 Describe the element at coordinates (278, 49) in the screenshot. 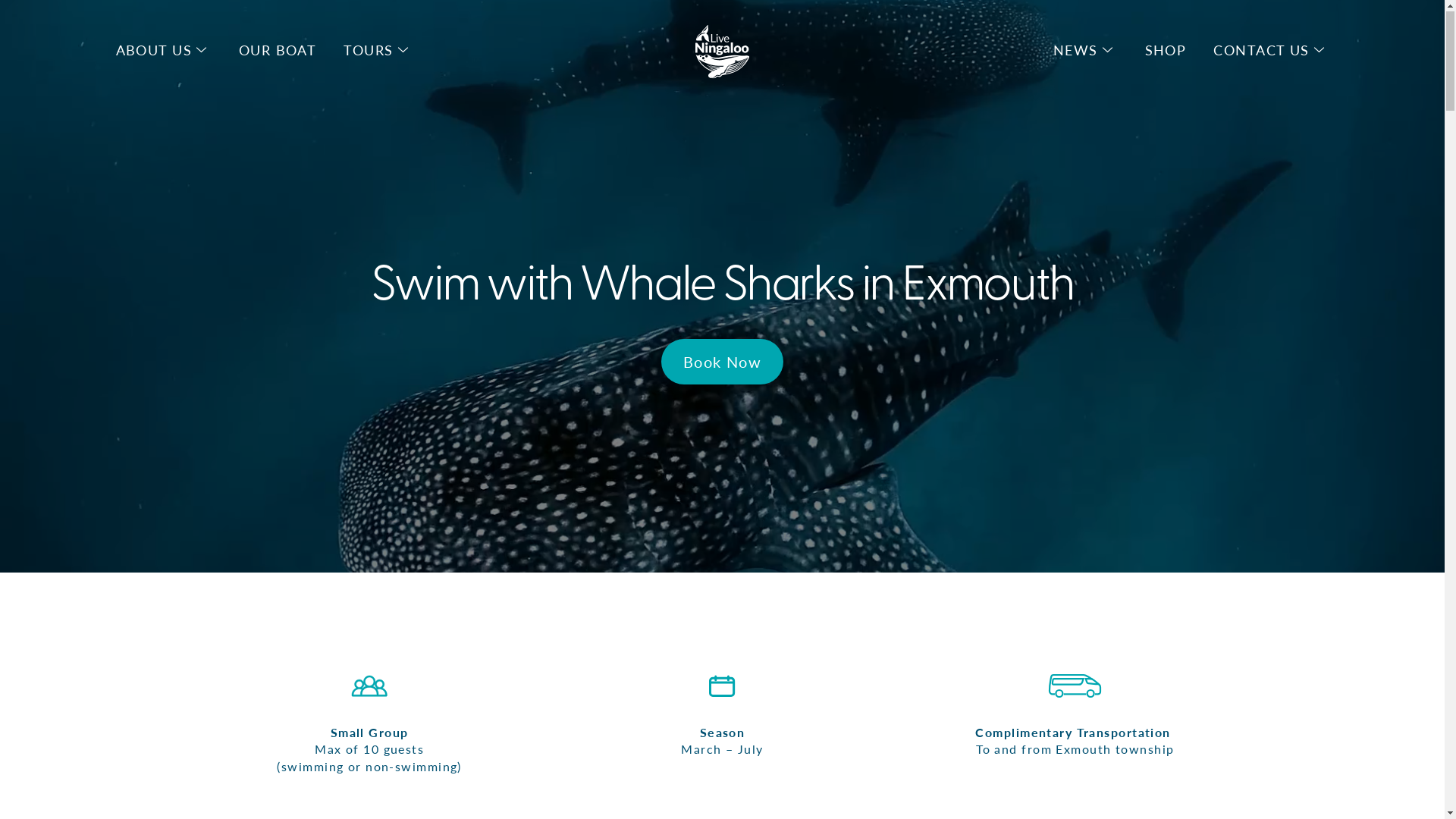

I see `'OUR BOAT'` at that location.